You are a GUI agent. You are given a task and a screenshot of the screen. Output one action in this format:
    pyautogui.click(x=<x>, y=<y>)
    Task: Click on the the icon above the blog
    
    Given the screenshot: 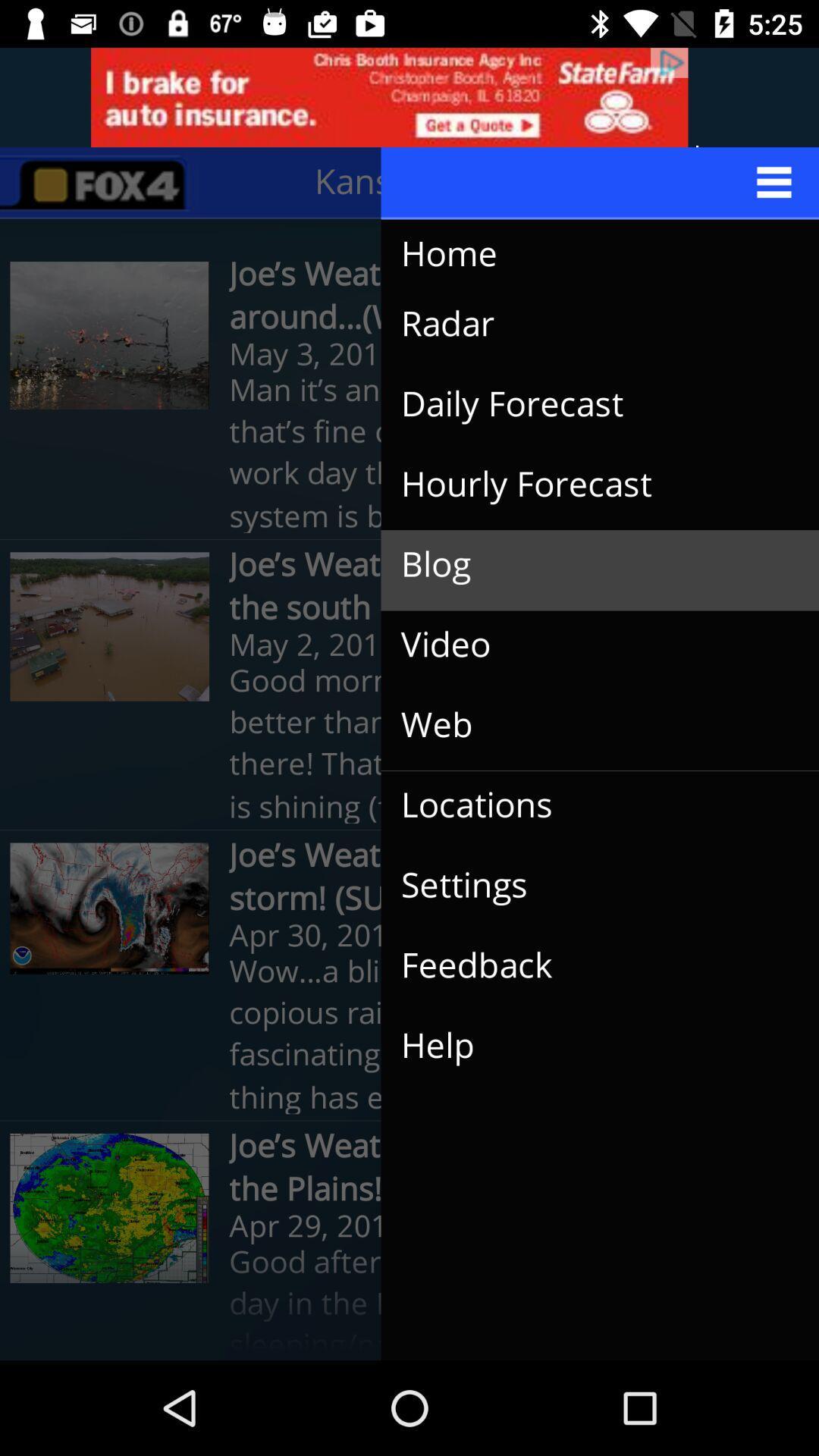 What is the action you would take?
    pyautogui.click(x=587, y=484)
    